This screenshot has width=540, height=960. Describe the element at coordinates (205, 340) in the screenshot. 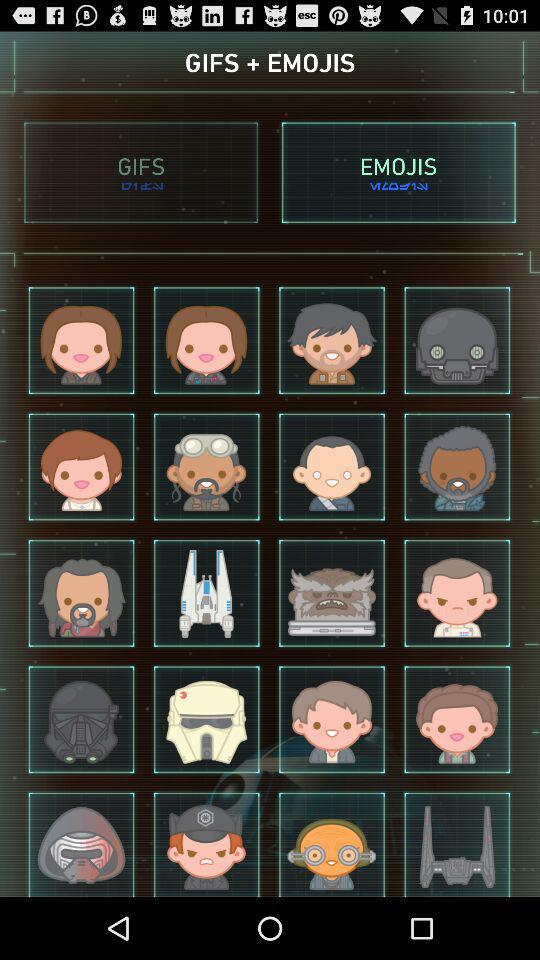

I see `the image which is second in the first row` at that location.